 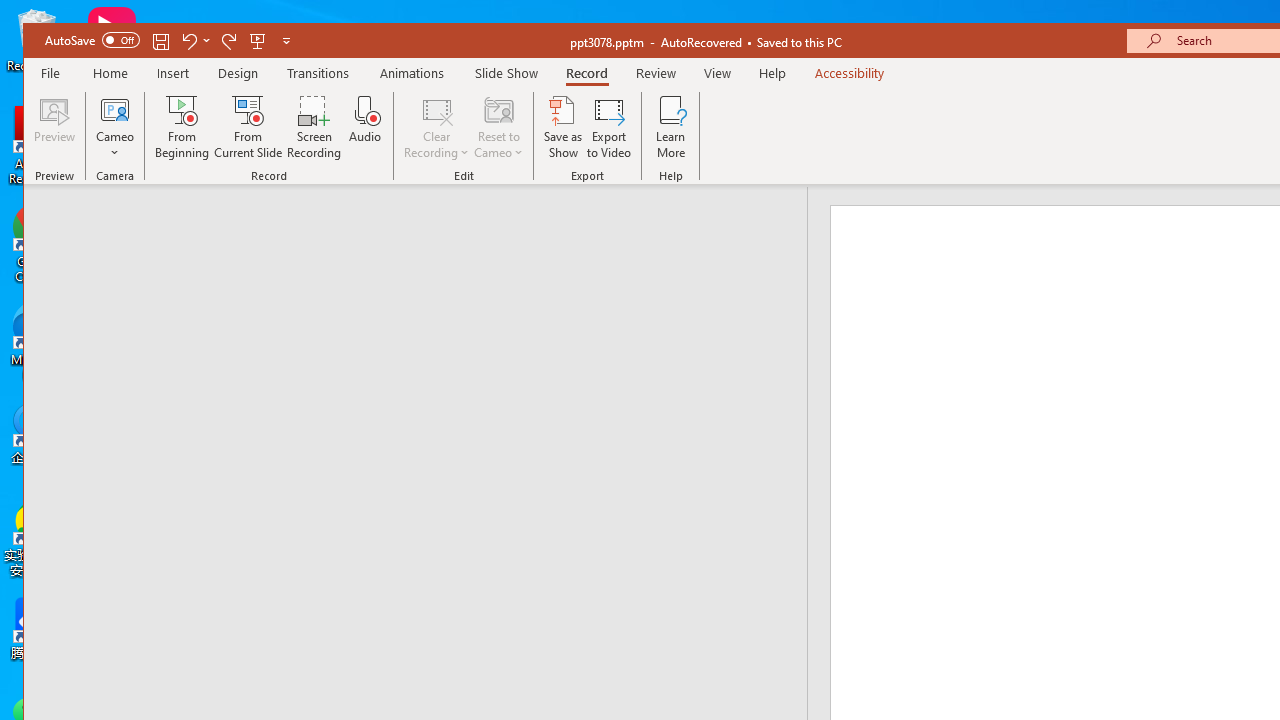 I want to click on 'Export to Video', so click(x=608, y=127).